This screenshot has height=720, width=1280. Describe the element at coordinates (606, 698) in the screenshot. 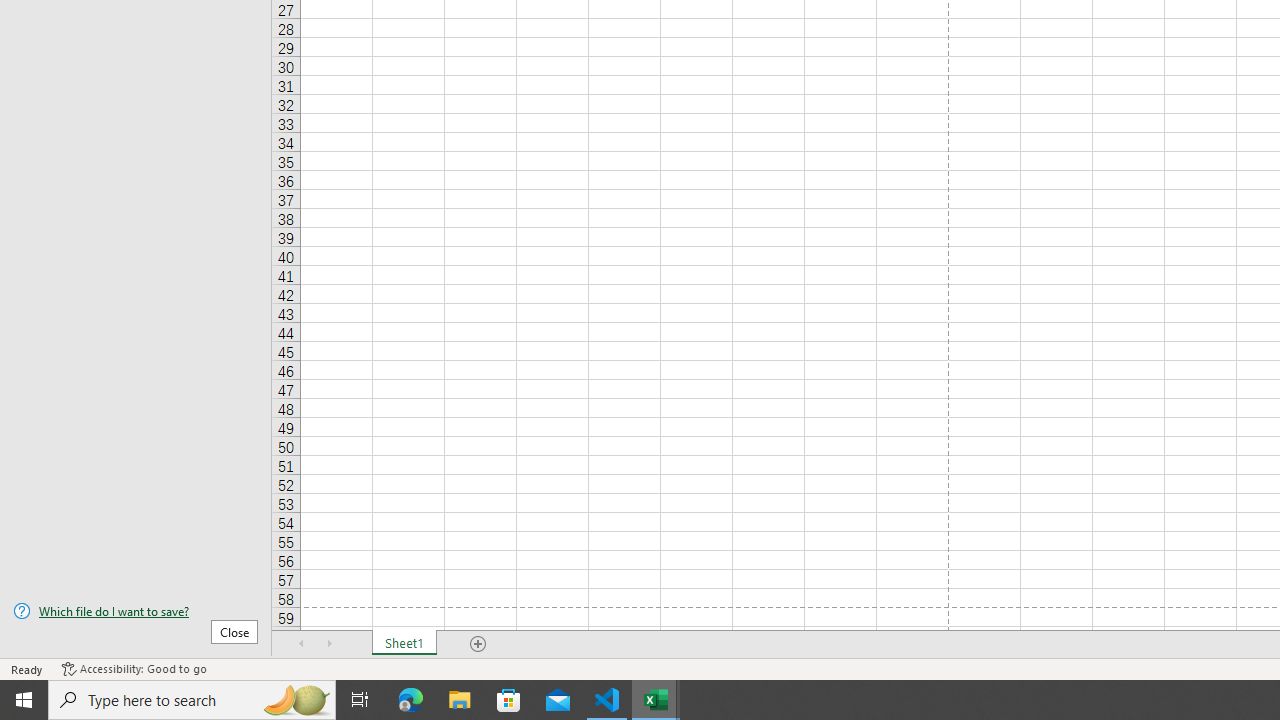

I see `'Visual Studio Code - 1 running window'` at that location.